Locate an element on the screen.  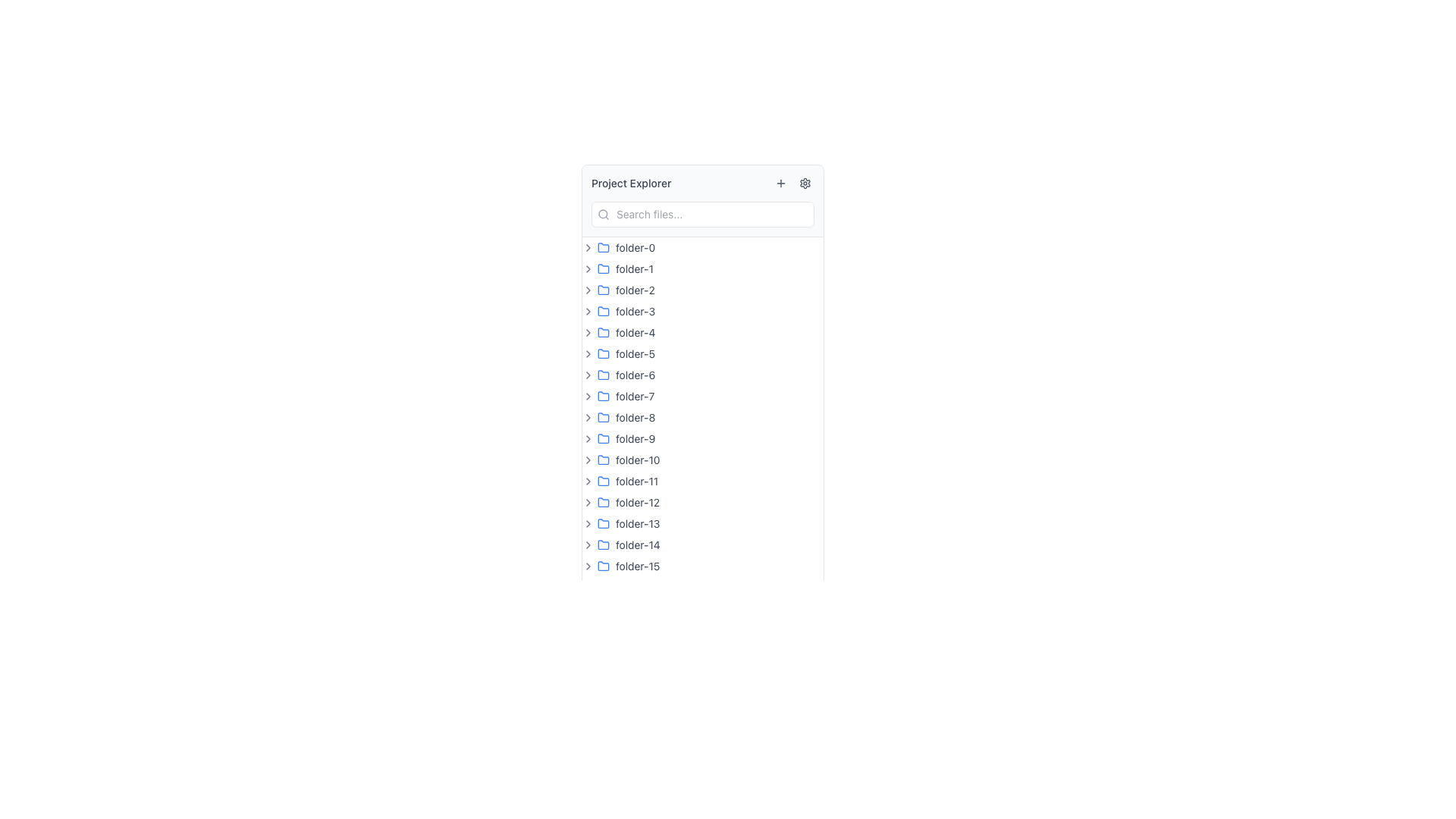
the expand/collapse icon located in the project explorer for 'folder-10' is located at coordinates (588, 459).